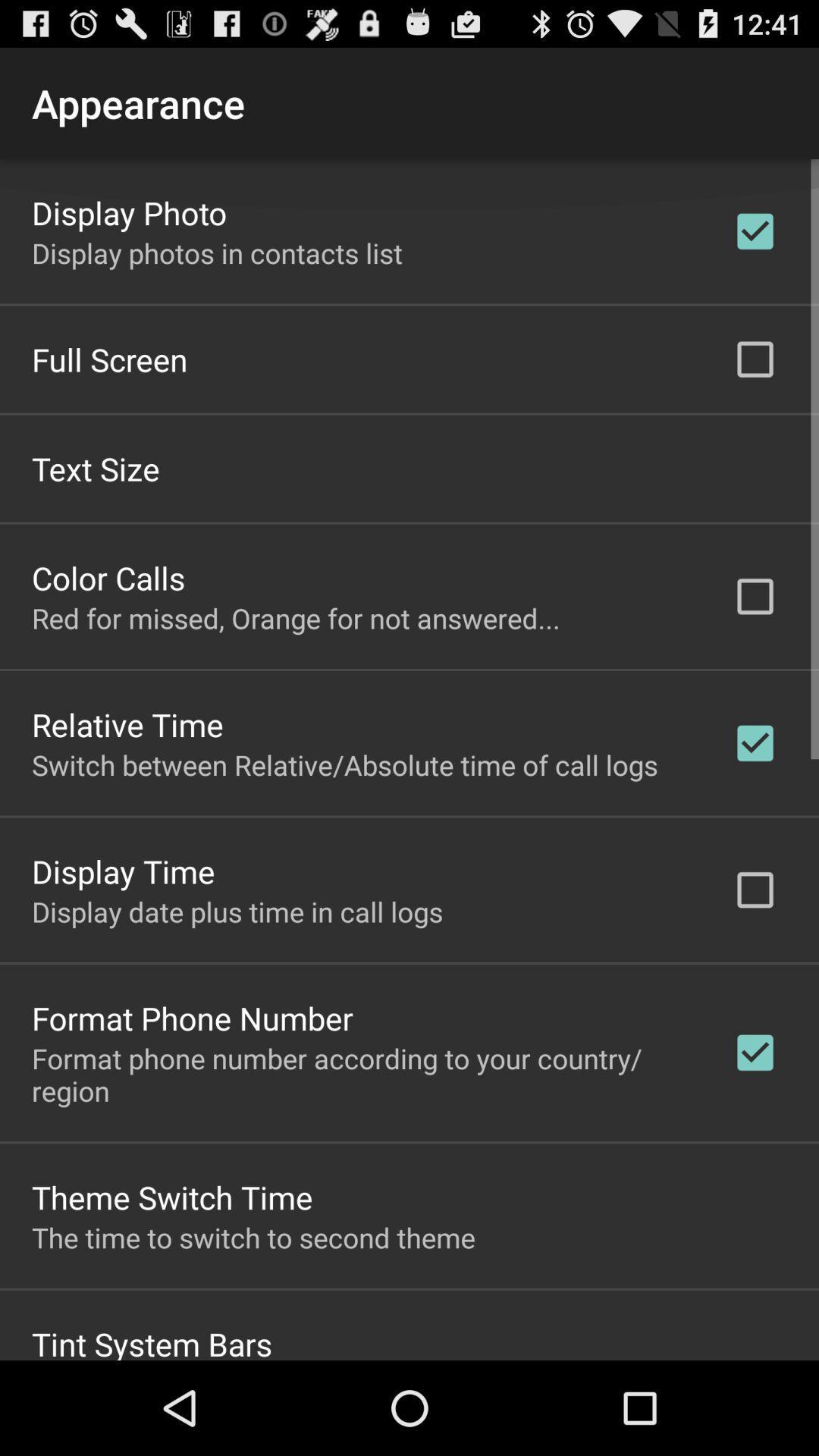  Describe the element at coordinates (344, 764) in the screenshot. I see `app below relative time app` at that location.